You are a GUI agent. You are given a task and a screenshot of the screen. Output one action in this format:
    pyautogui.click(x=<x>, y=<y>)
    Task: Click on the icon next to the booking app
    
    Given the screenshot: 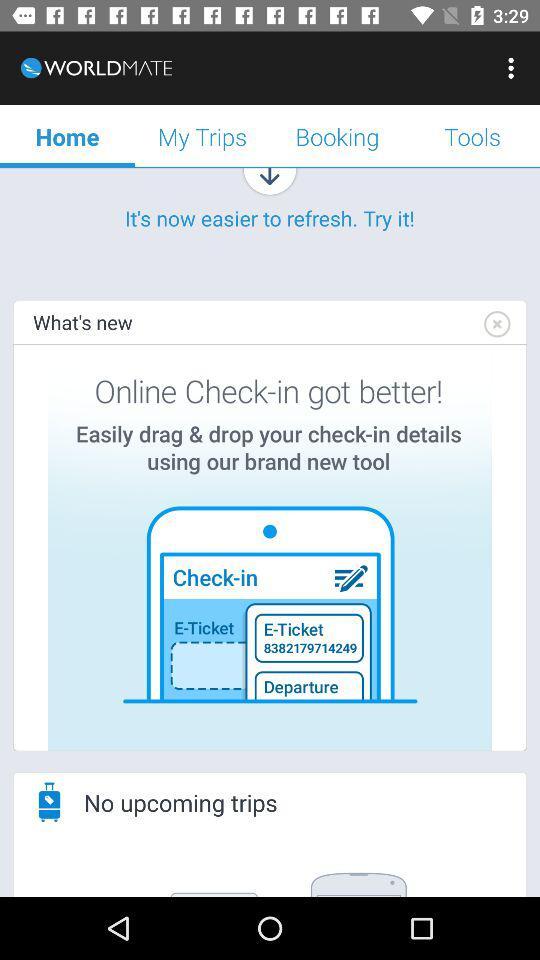 What is the action you would take?
    pyautogui.click(x=202, y=135)
    